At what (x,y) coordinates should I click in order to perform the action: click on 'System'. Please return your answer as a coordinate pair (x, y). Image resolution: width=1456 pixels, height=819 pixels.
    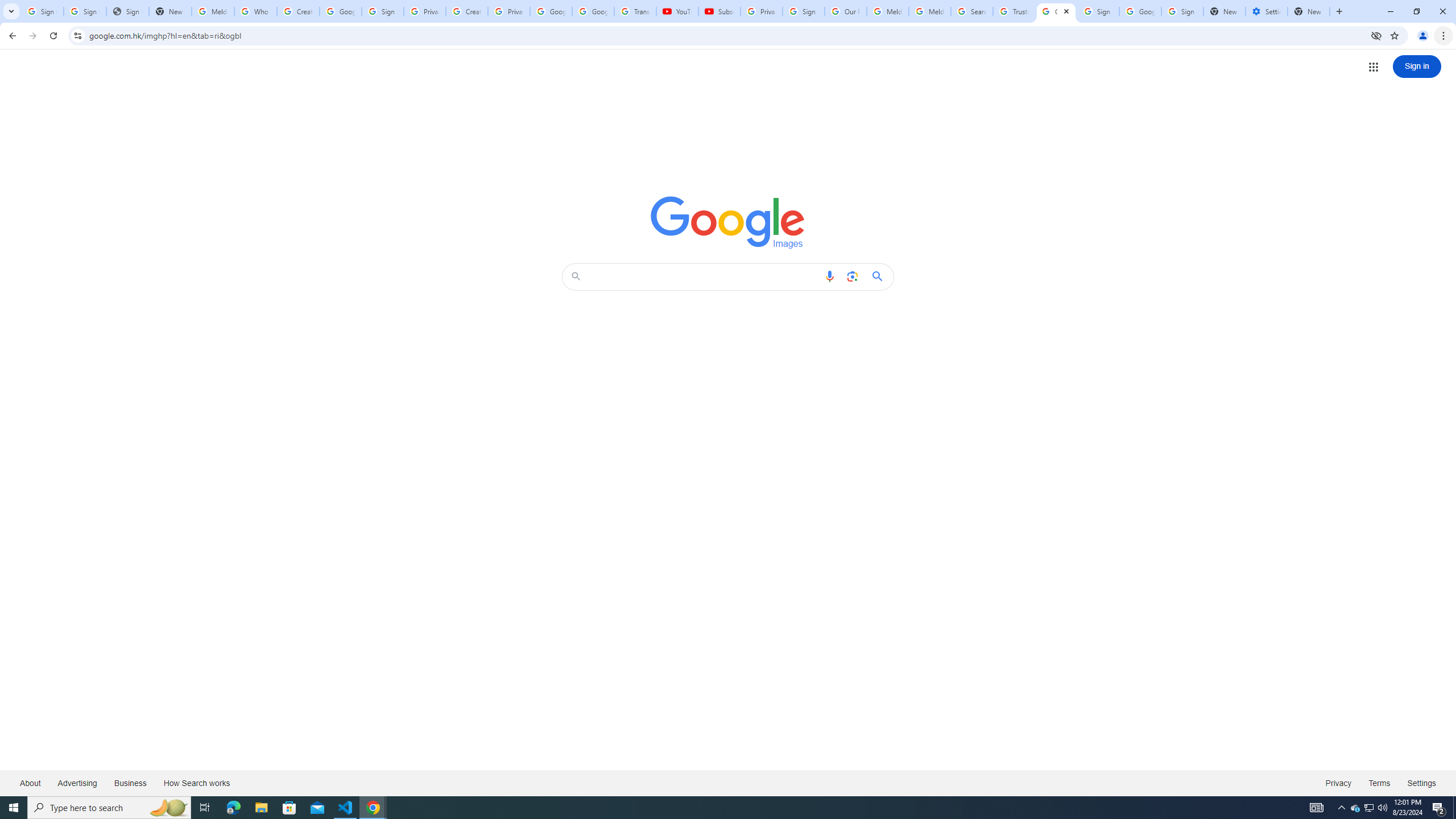
    Looking at the image, I should click on (6, 5).